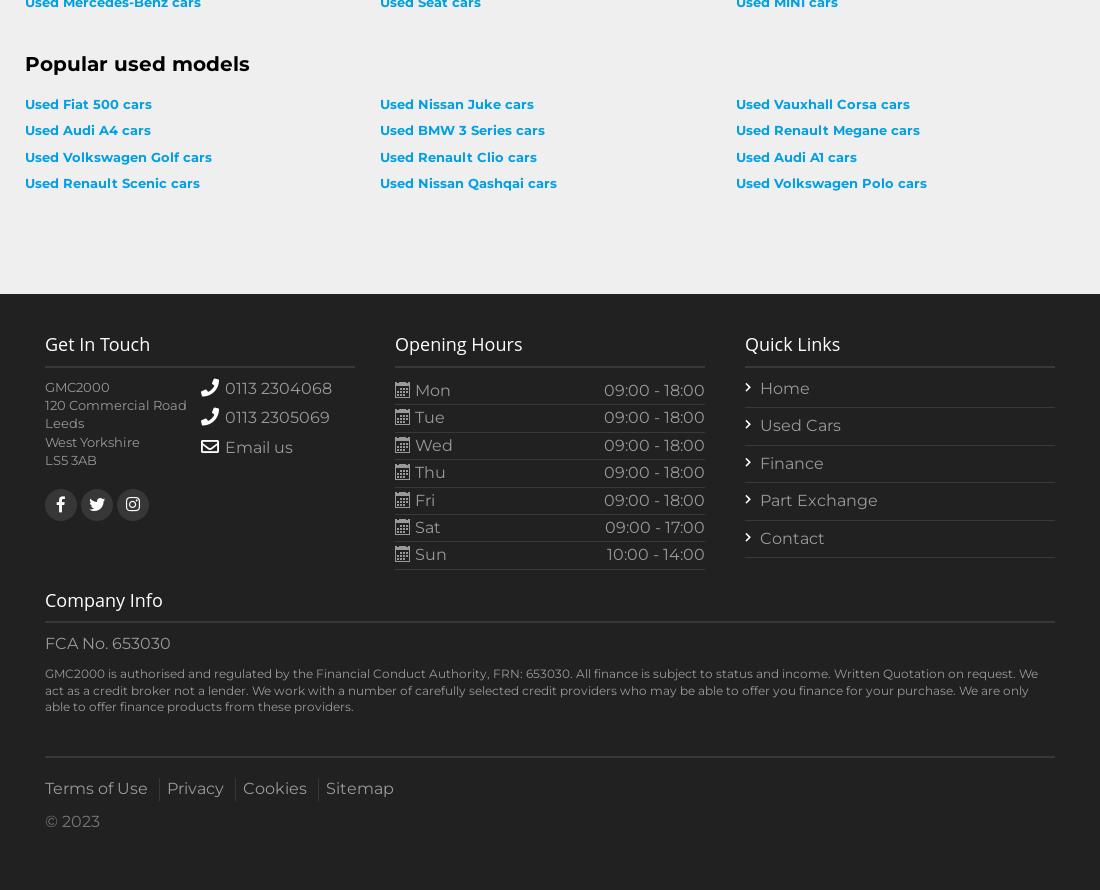 The height and width of the screenshot is (890, 1100). Describe the element at coordinates (395, 343) in the screenshot. I see `'Opening Hours'` at that location.